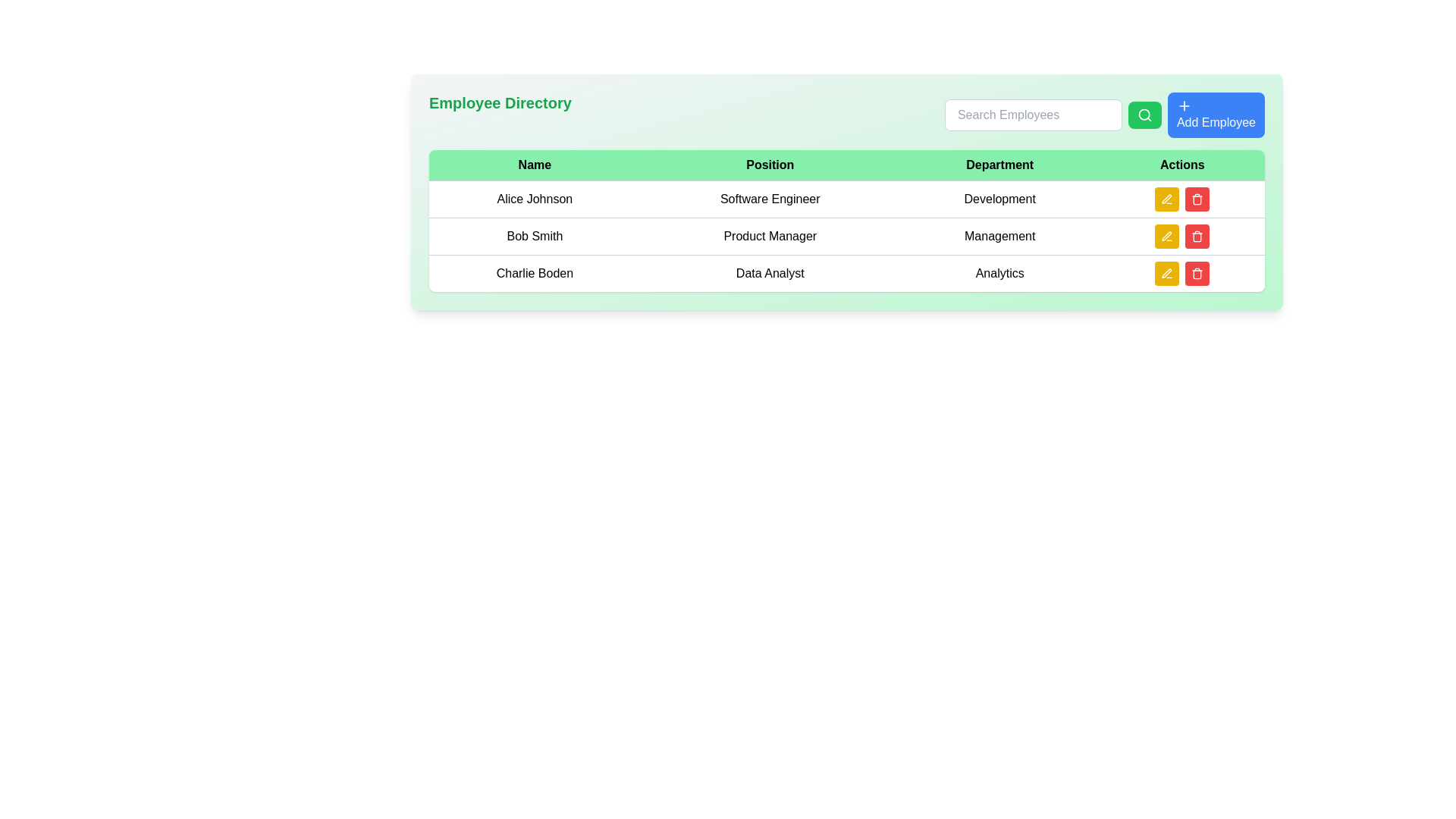 Image resolution: width=1456 pixels, height=819 pixels. I want to click on the static text label indicating the department associated with employee 'Bob Smith' located in the third column of the second row of the table, so click(999, 237).